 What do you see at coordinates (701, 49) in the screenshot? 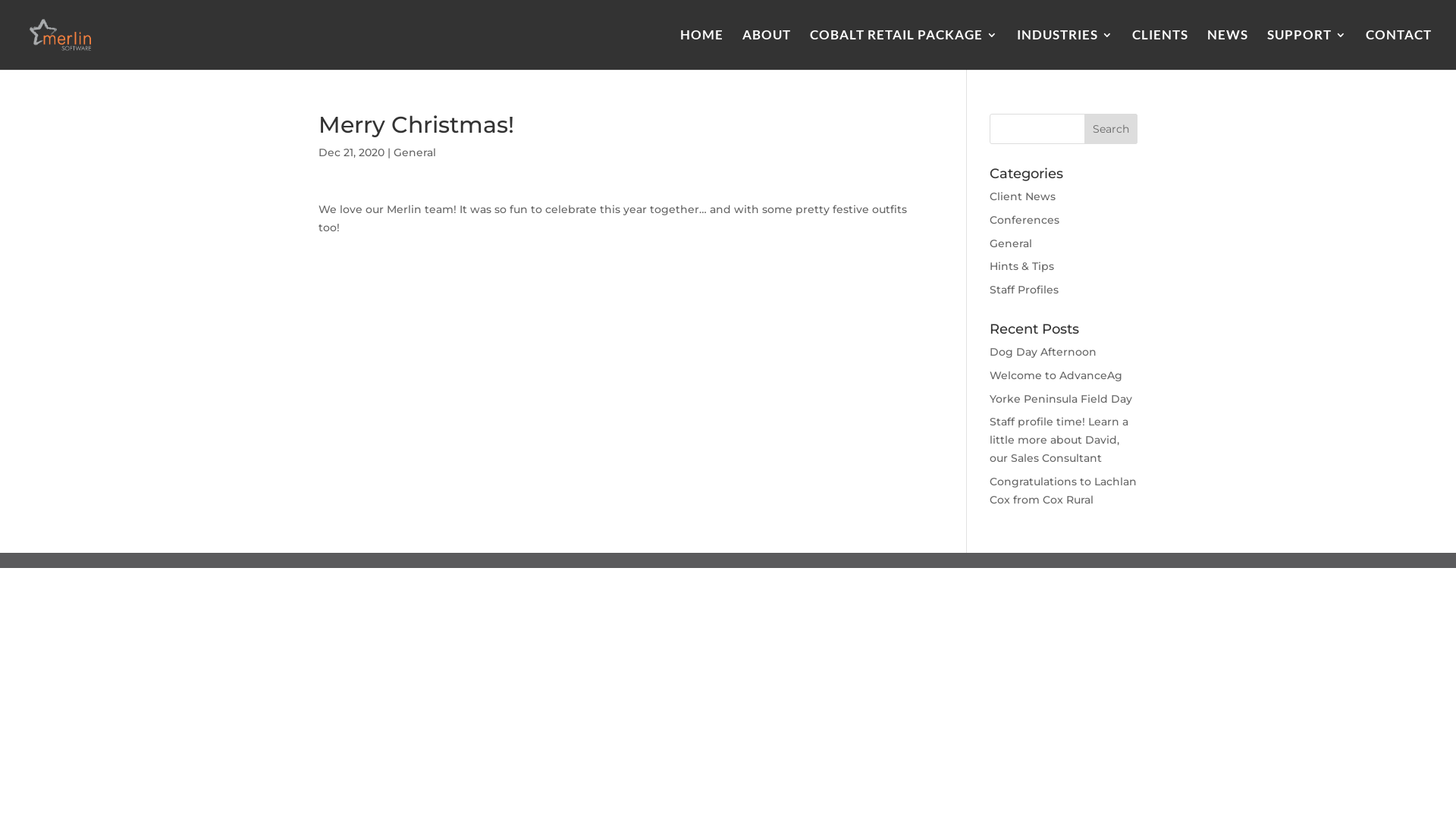
I see `'HOME'` at bounding box center [701, 49].